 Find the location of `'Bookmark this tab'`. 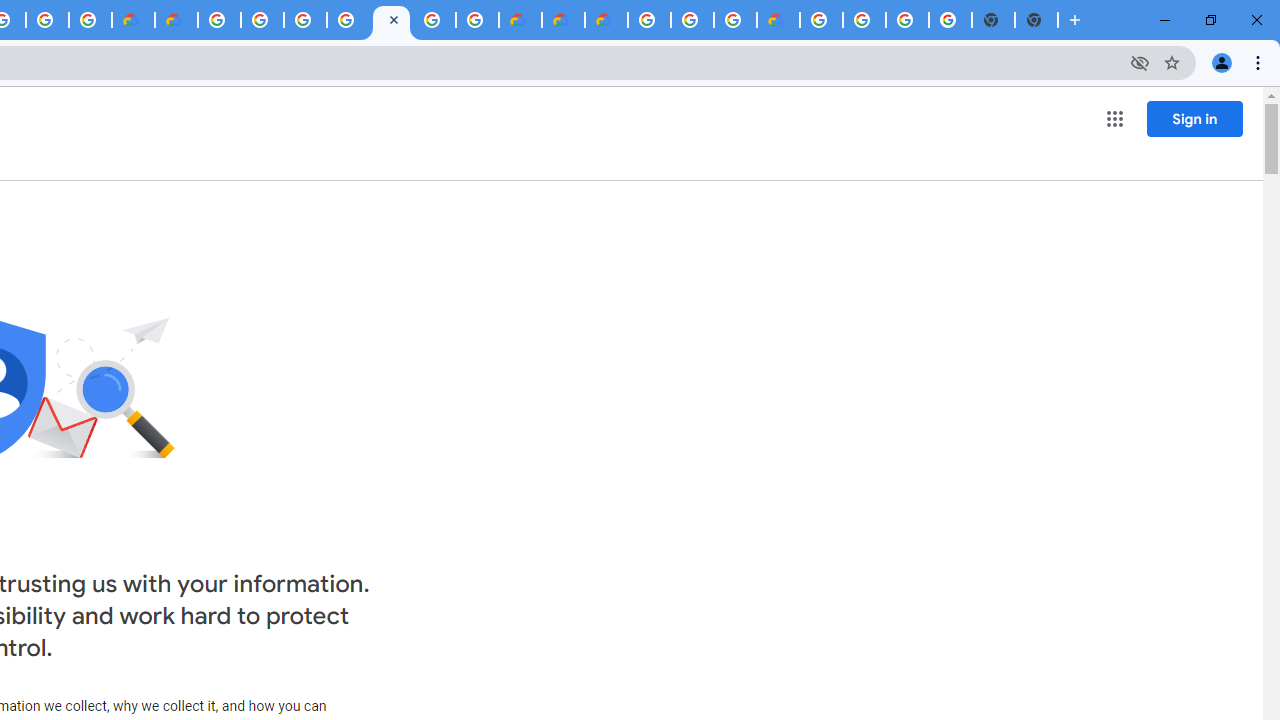

'Bookmark this tab' is located at coordinates (1171, 61).